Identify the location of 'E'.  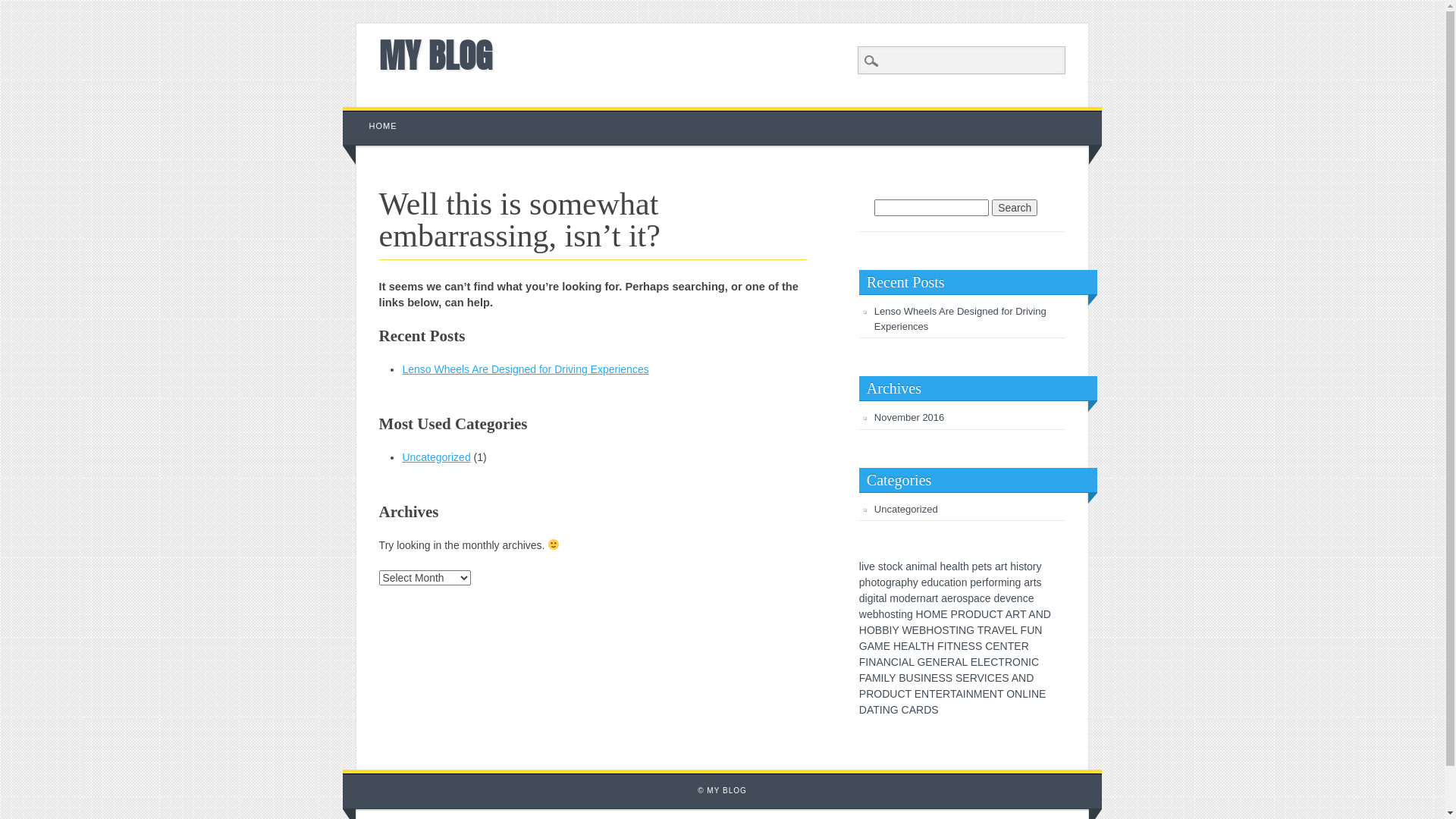
(960, 646).